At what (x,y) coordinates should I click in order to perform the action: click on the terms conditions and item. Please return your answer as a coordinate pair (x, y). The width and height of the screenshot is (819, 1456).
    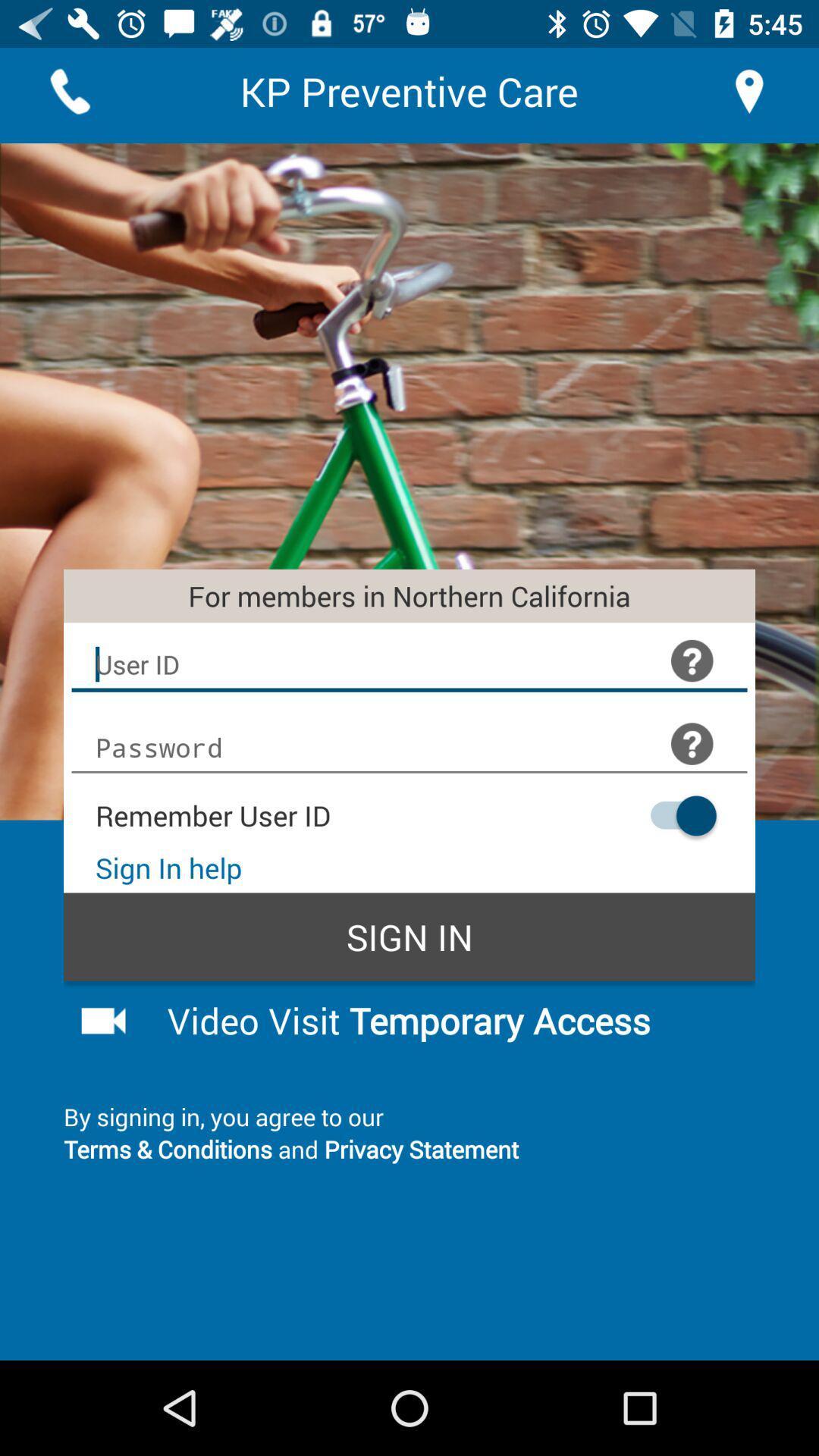
    Looking at the image, I should click on (409, 1149).